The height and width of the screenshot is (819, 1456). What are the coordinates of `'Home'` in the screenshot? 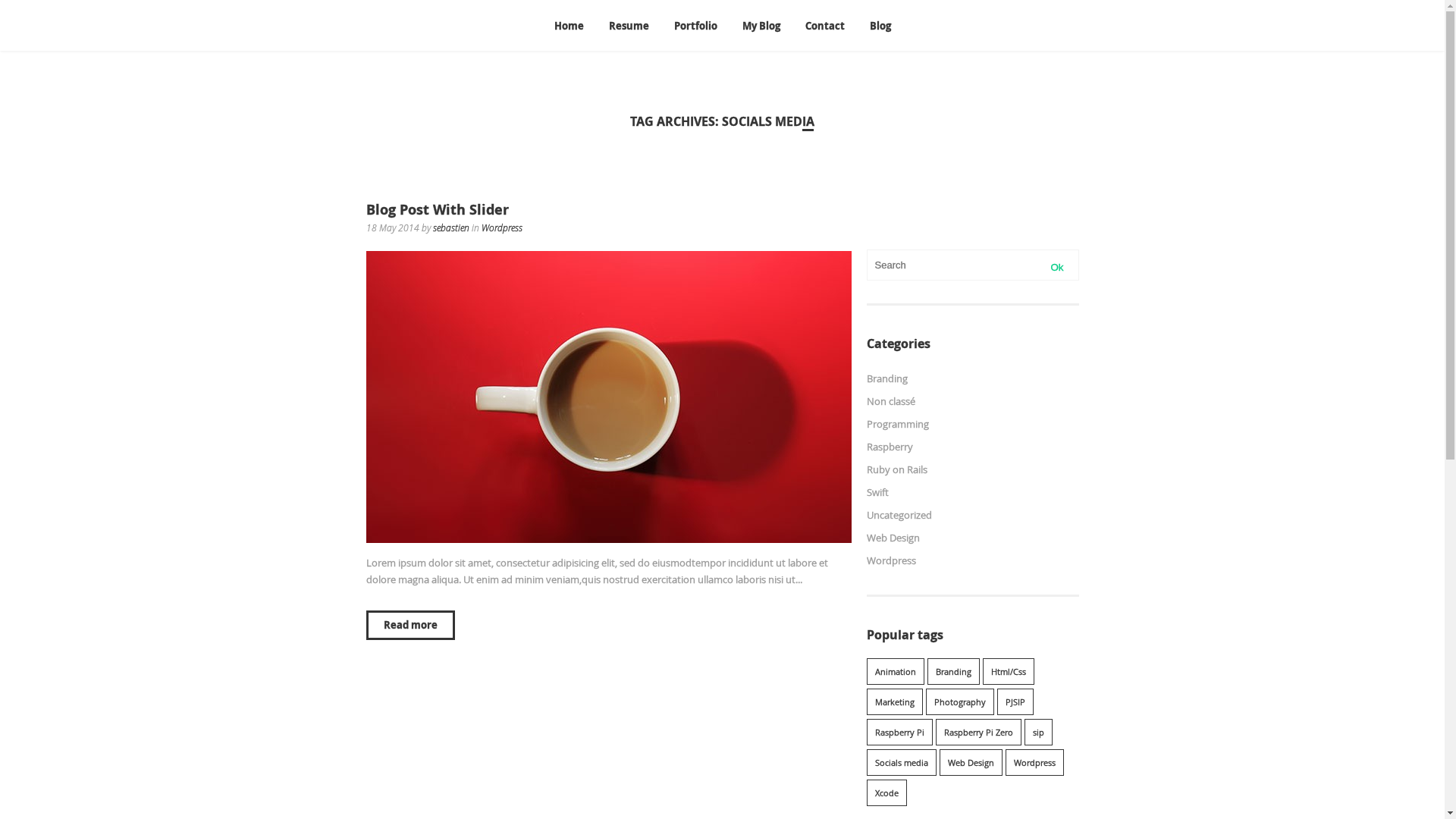 It's located at (542, 26).